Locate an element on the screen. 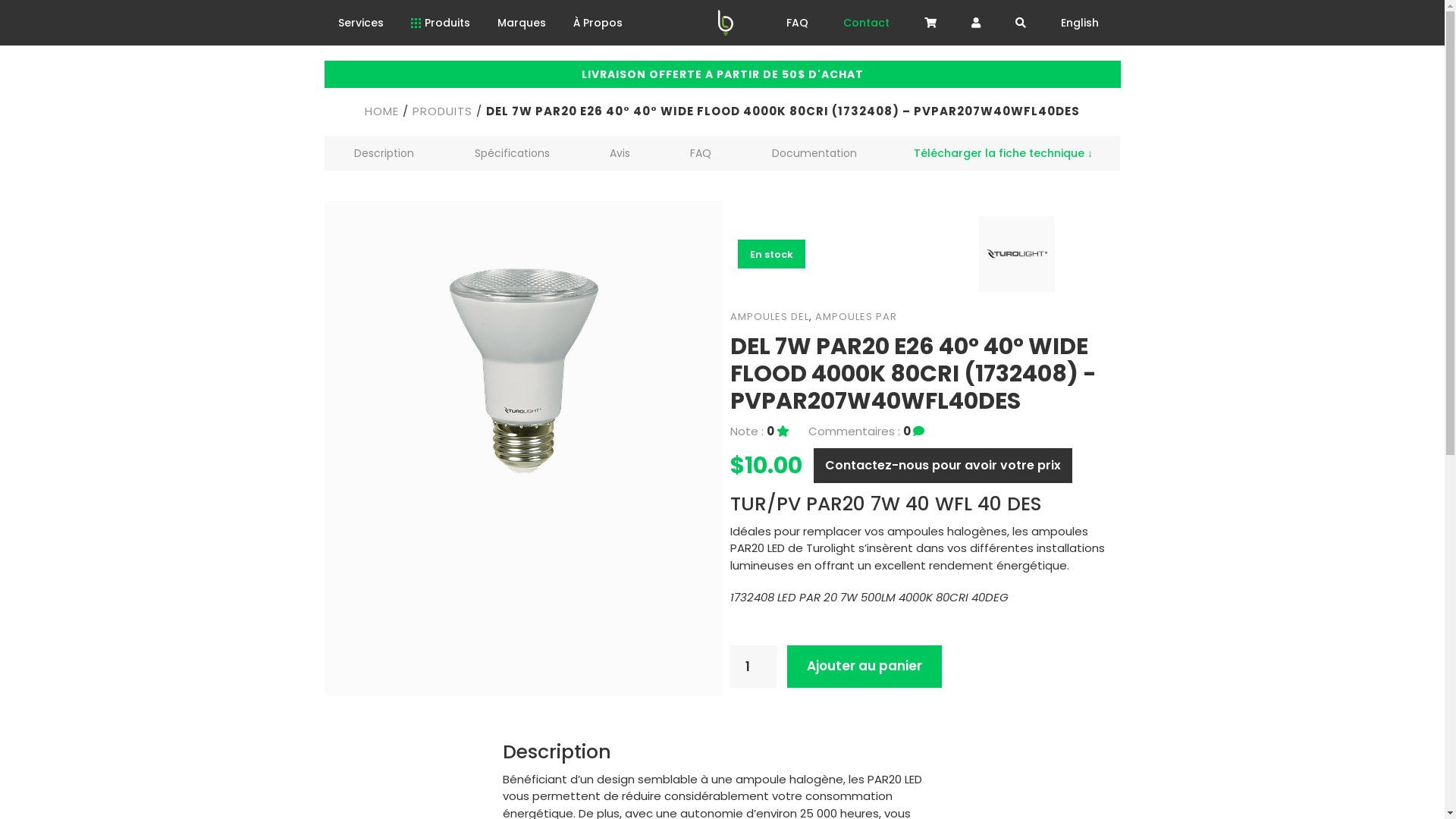 The height and width of the screenshot is (819, 1456). 'Contactez-nous pour avoir votre prix' is located at coordinates (941, 464).